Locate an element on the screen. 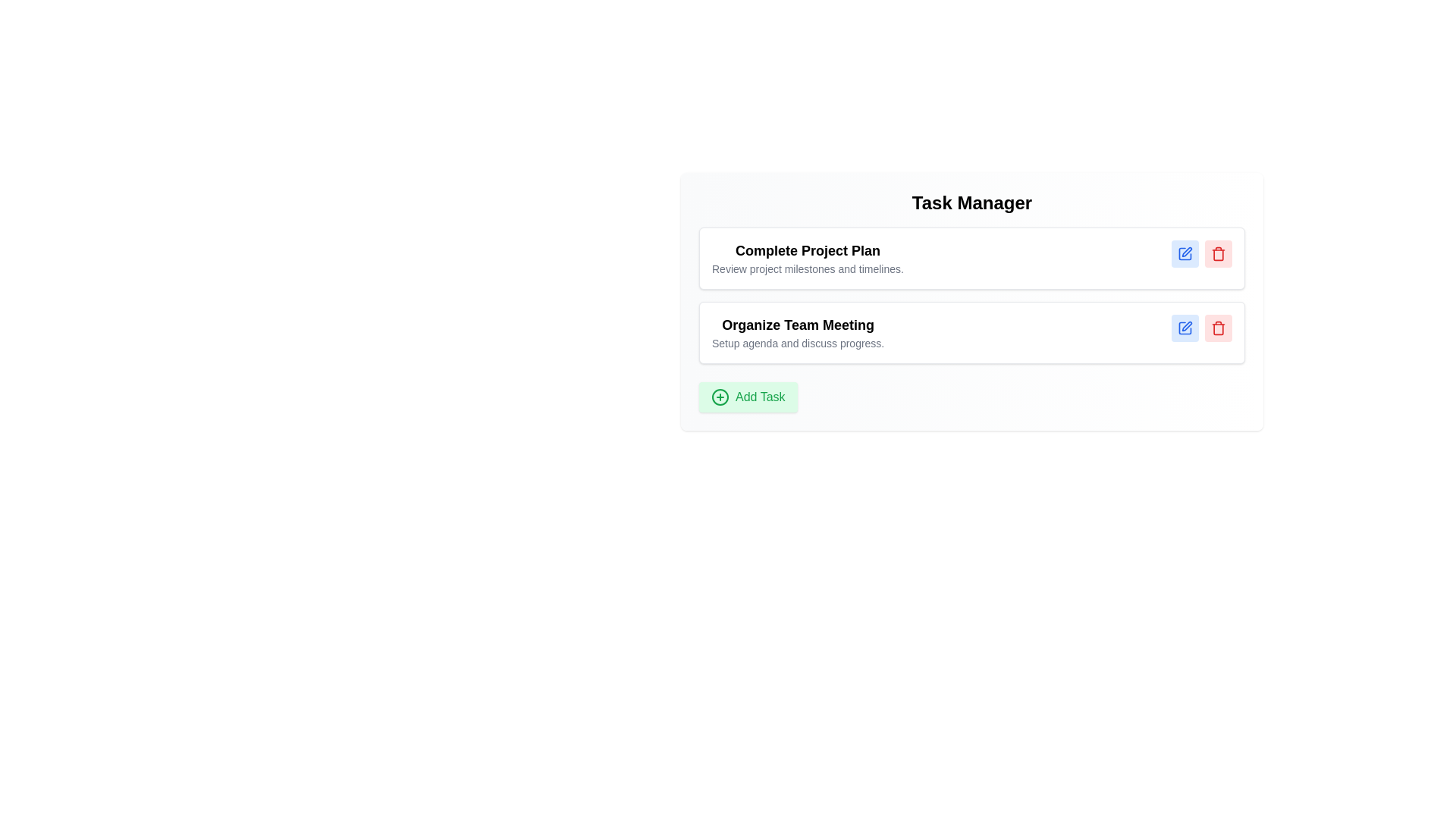 The height and width of the screenshot is (819, 1456). the 'Add Task' button to add a new task to the list is located at coordinates (747, 397).